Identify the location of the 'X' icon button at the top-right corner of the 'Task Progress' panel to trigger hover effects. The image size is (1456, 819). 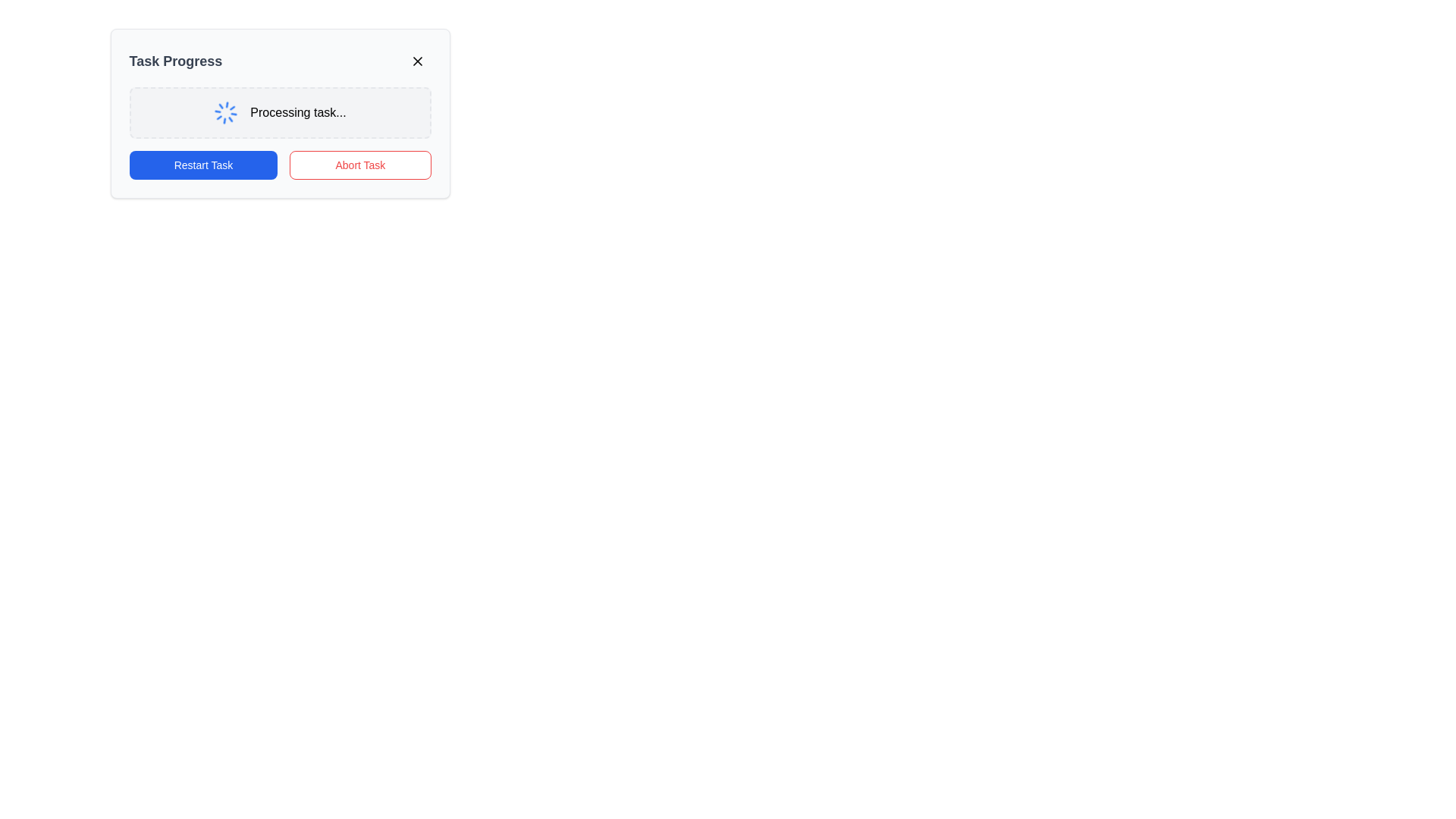
(417, 61).